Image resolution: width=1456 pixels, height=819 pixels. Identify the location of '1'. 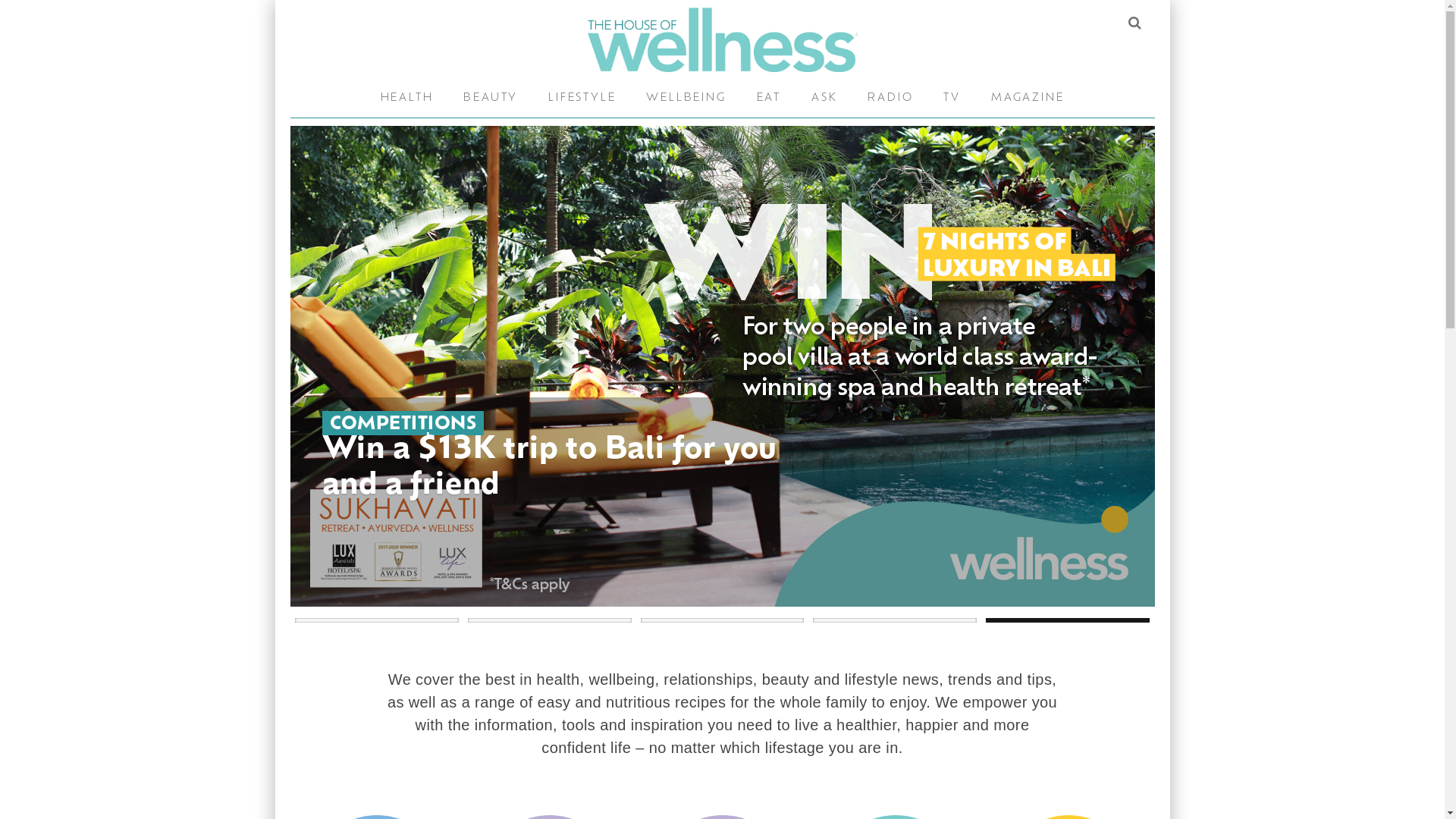
(377, 620).